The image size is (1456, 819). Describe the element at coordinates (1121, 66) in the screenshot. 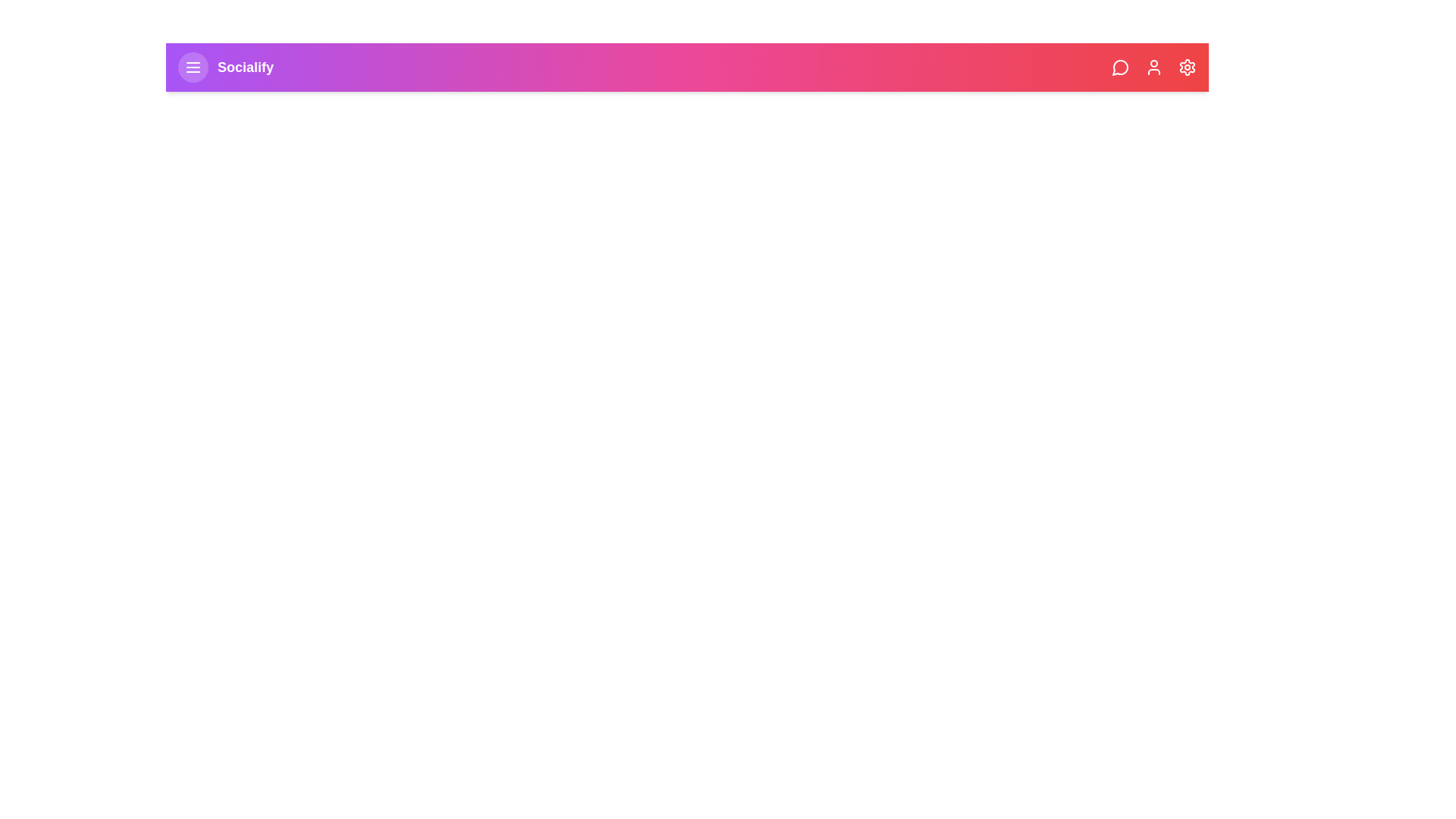

I see `messaging icon in the app bar` at that location.